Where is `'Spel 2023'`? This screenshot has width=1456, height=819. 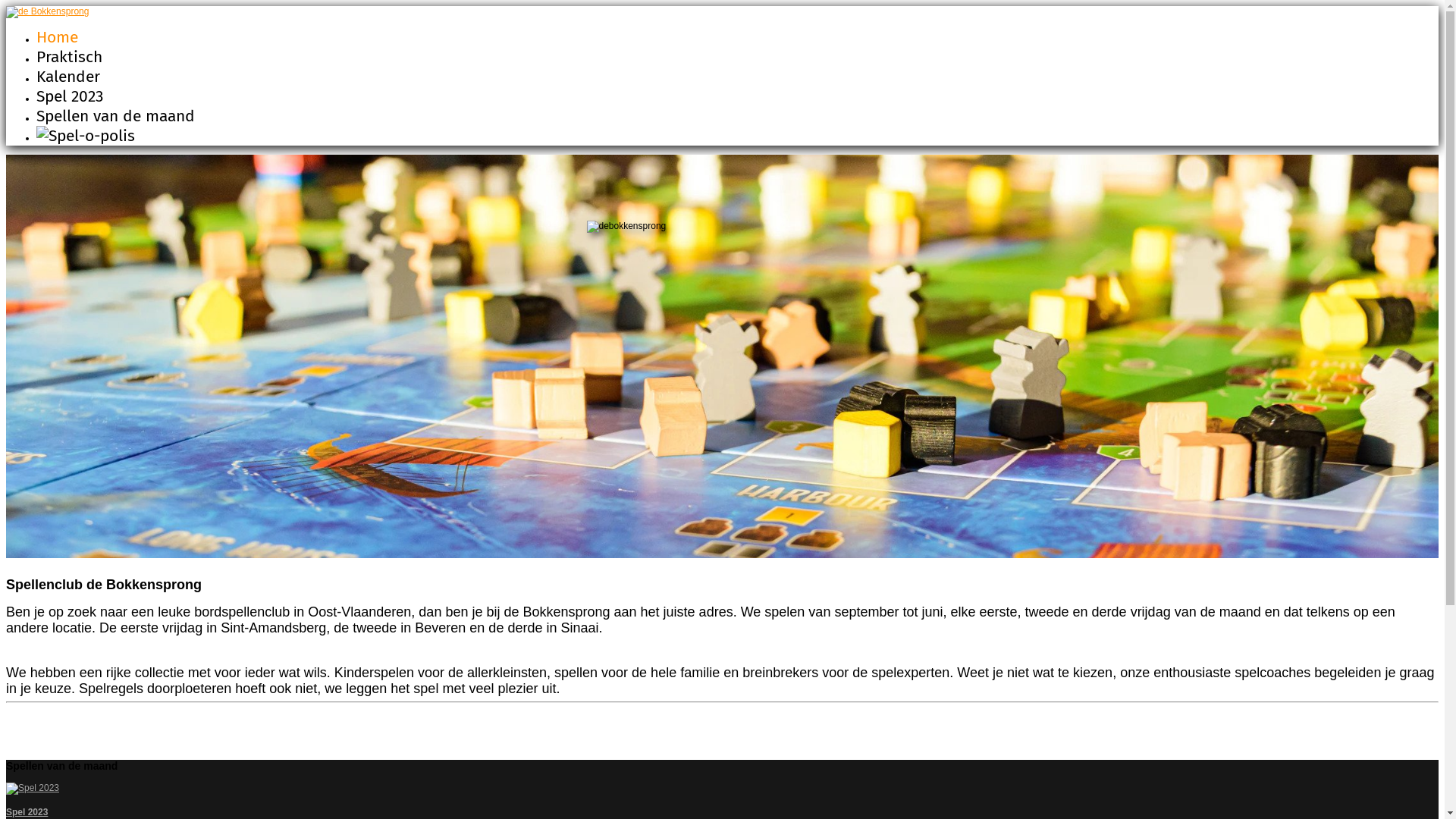
'Spel 2023' is located at coordinates (68, 96).